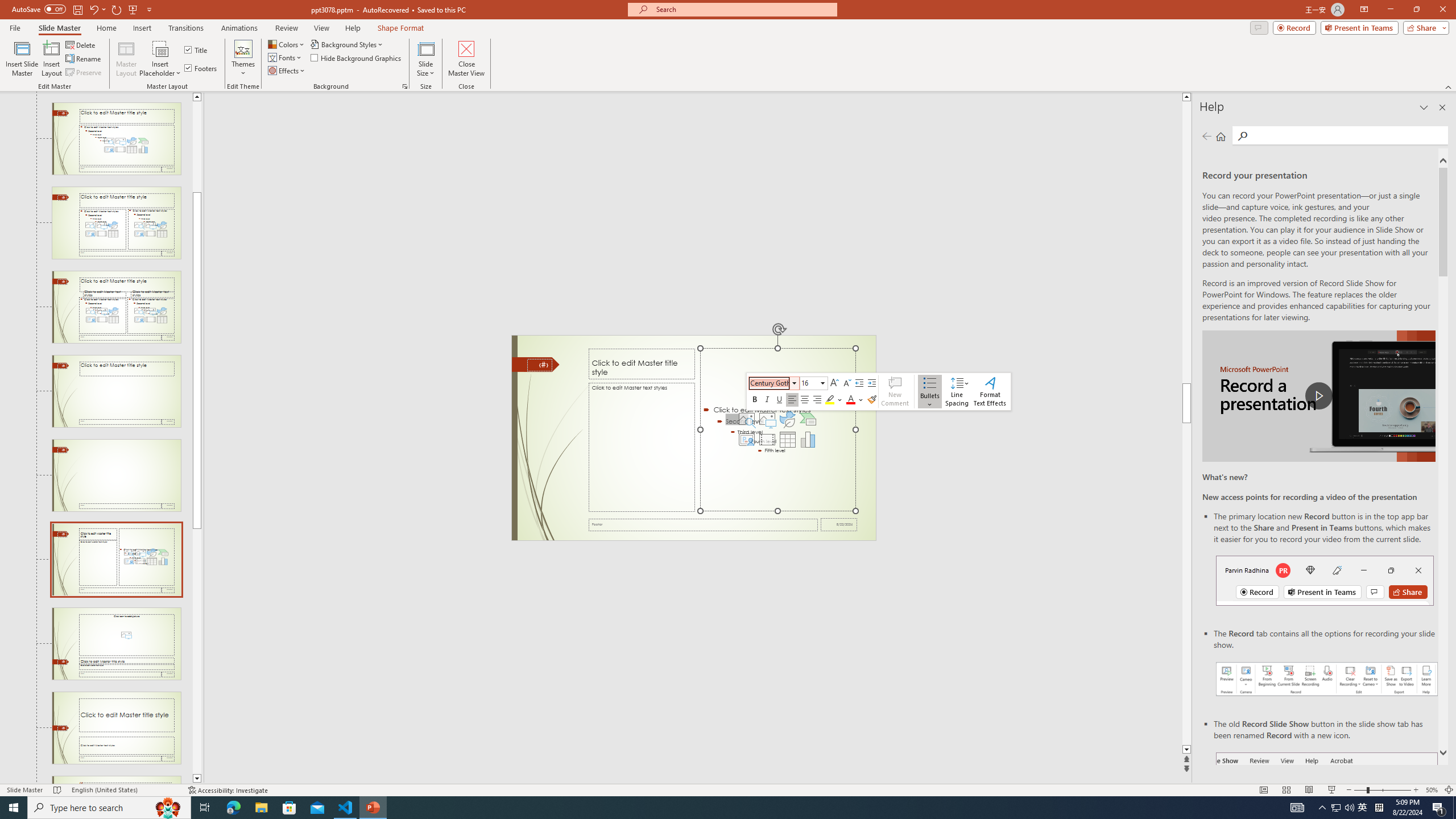 The height and width of the screenshot is (819, 1456). I want to click on 'Insert Video', so click(767, 440).